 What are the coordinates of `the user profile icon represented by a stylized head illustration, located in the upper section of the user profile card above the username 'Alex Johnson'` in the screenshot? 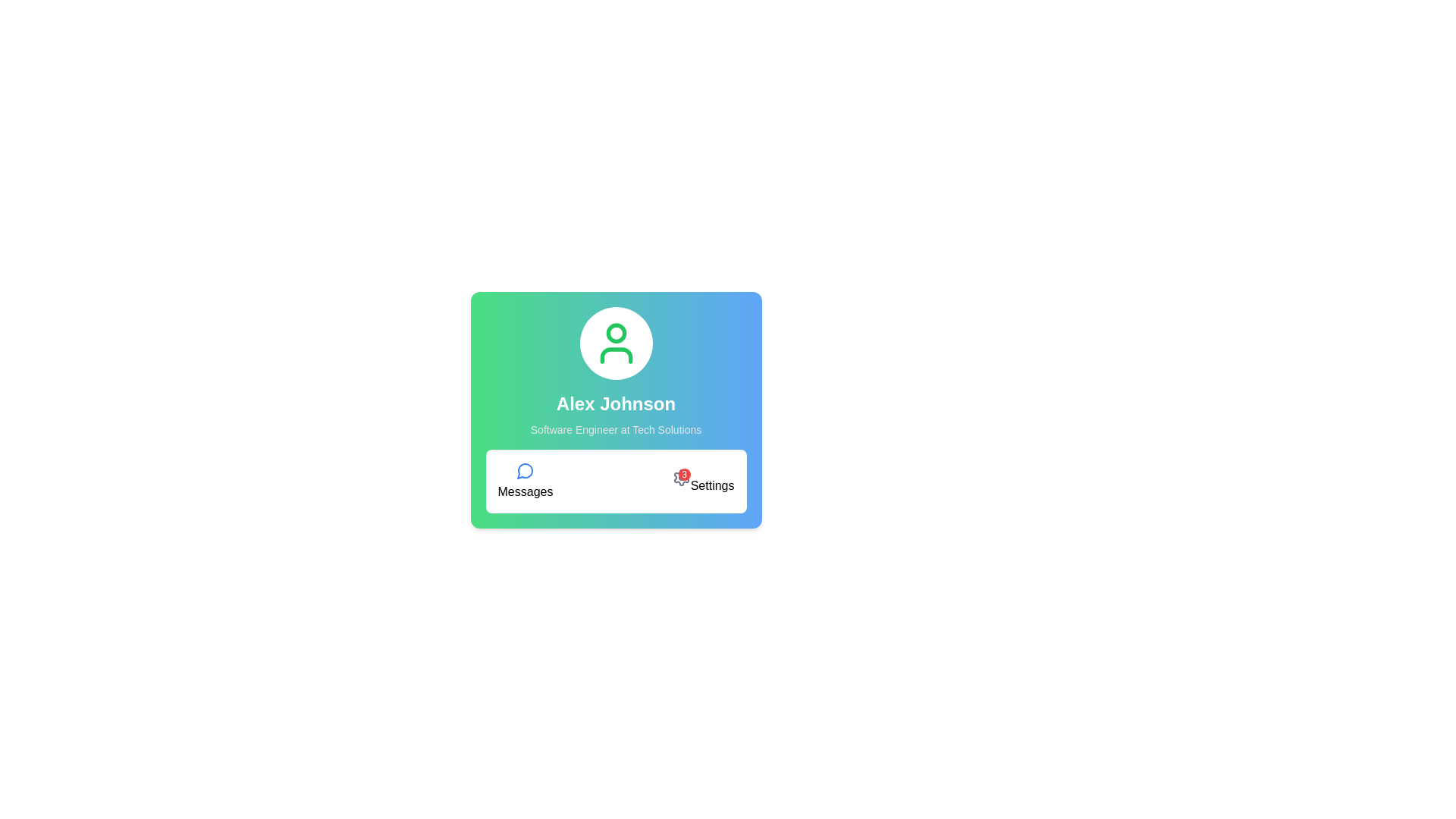 It's located at (616, 332).